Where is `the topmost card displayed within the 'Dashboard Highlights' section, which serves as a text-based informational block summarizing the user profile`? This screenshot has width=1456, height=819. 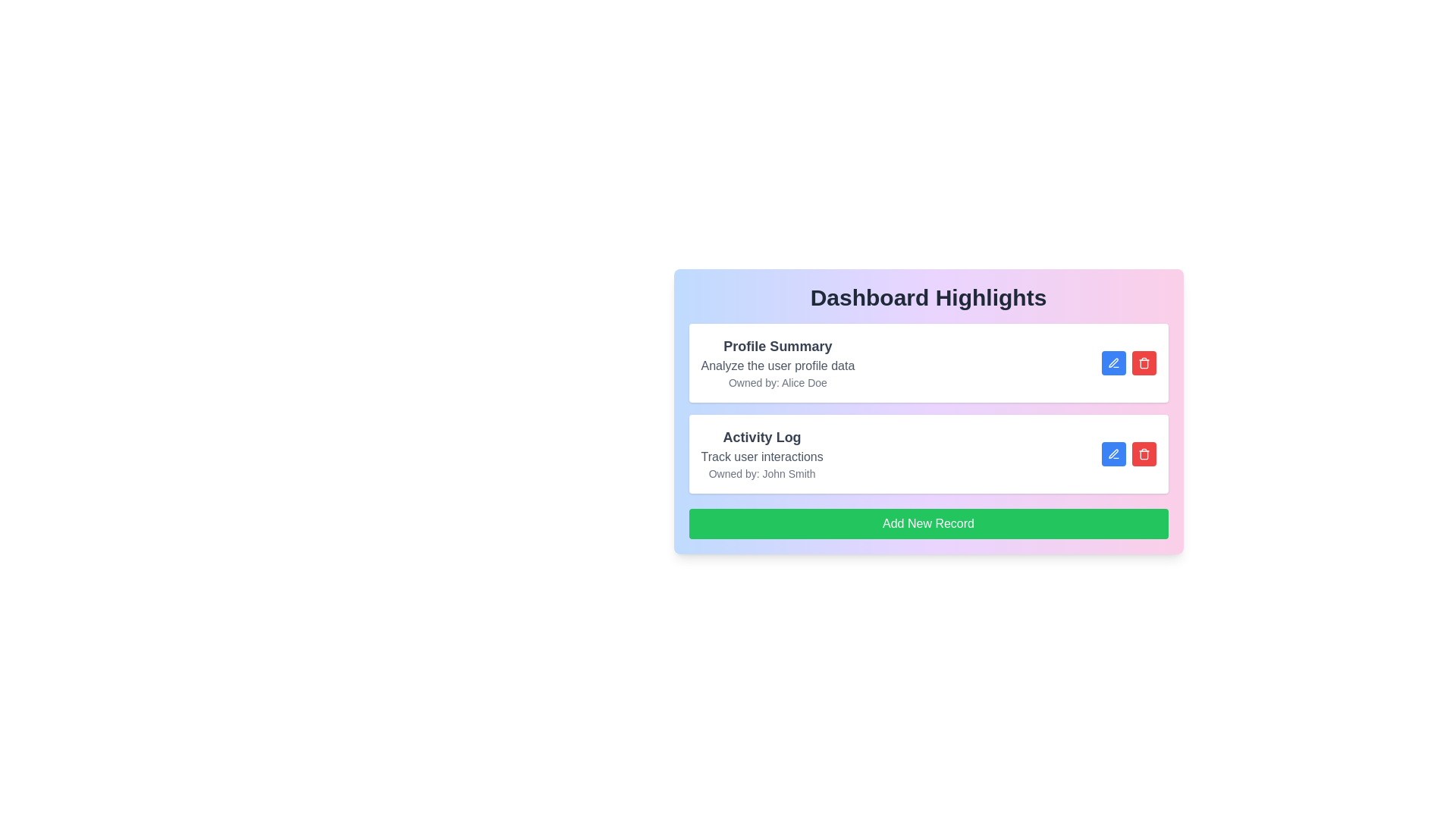
the topmost card displayed within the 'Dashboard Highlights' section, which serves as a text-based informational block summarizing the user profile is located at coordinates (777, 362).